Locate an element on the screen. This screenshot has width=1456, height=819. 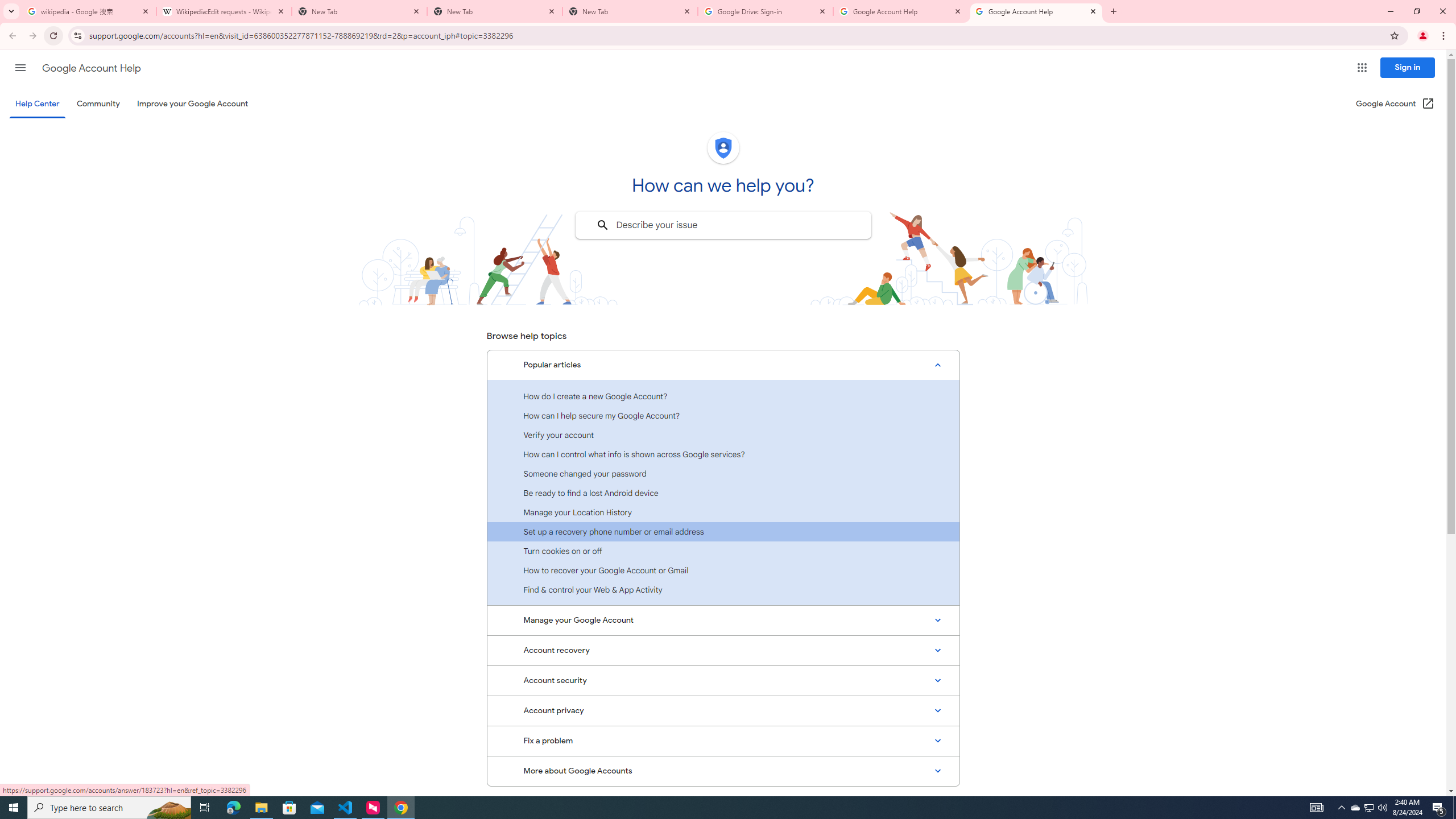
'Set up a recovery phone number or email address' is located at coordinates (723, 531).